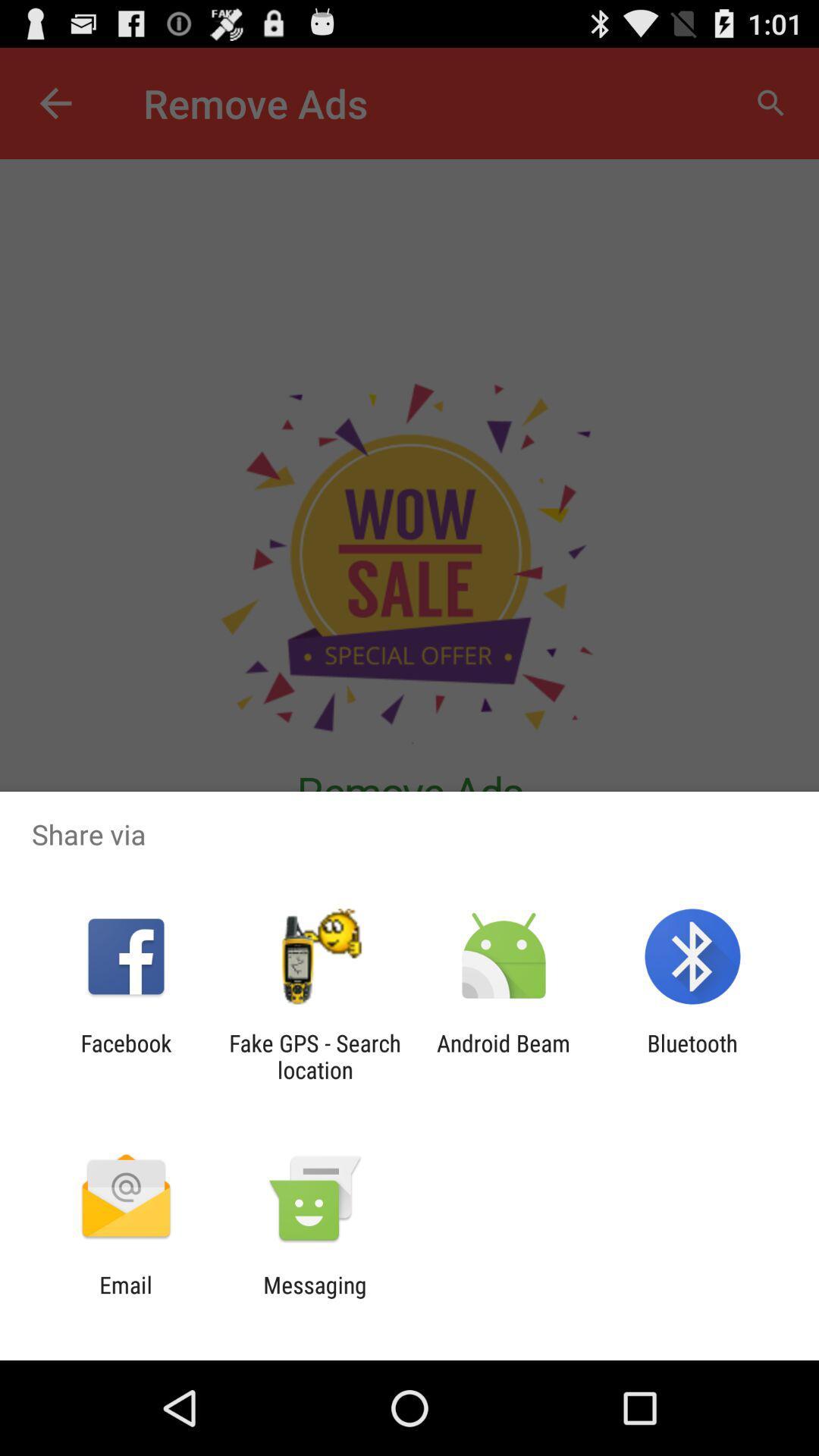  What do you see at coordinates (125, 1298) in the screenshot?
I see `app next to the messaging app` at bounding box center [125, 1298].